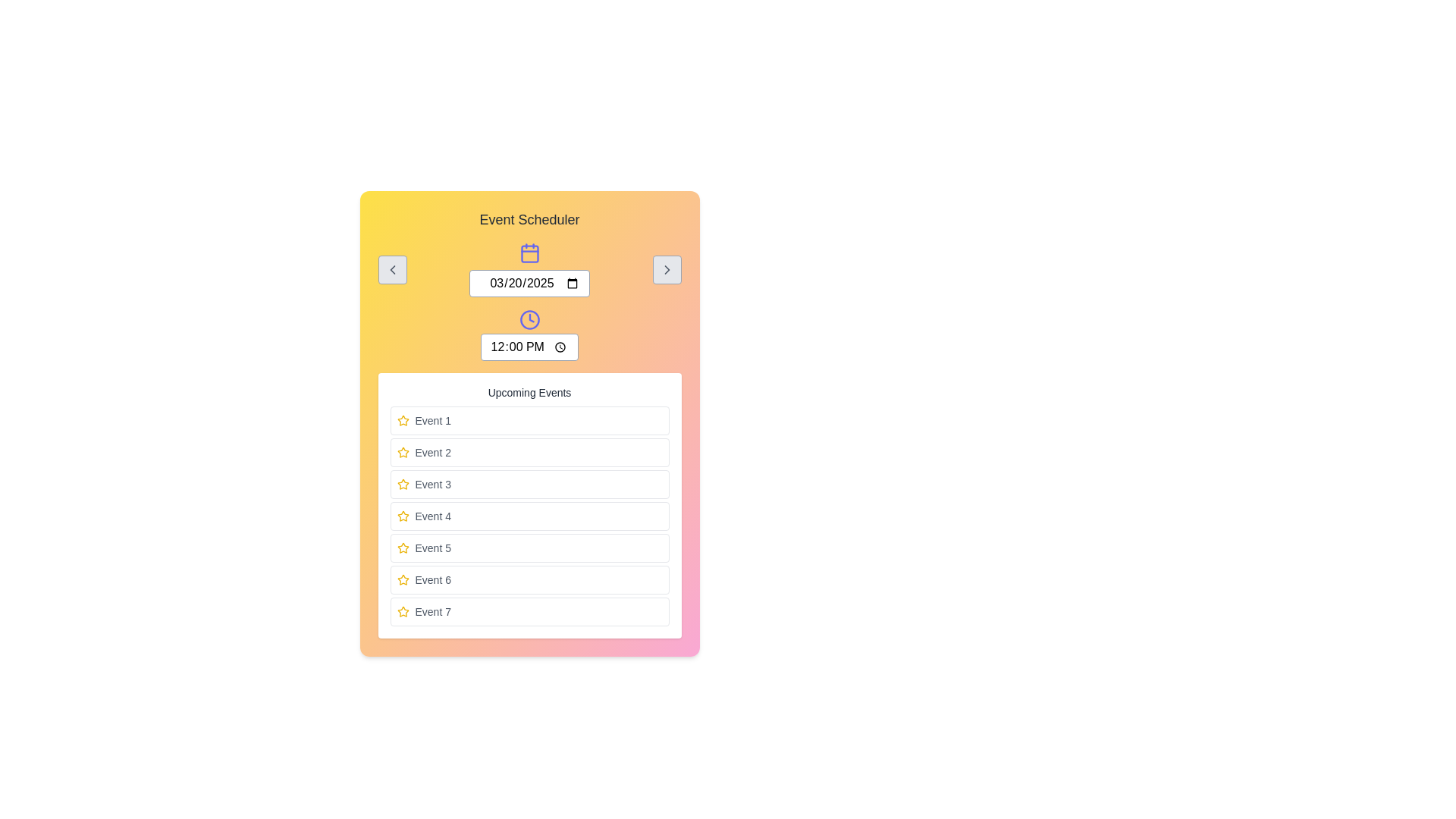 The height and width of the screenshot is (819, 1456). Describe the element at coordinates (529, 334) in the screenshot. I see `the time input box displaying '12:00 PM' in the Time Input Control within the 'Event Scheduler' card` at that location.